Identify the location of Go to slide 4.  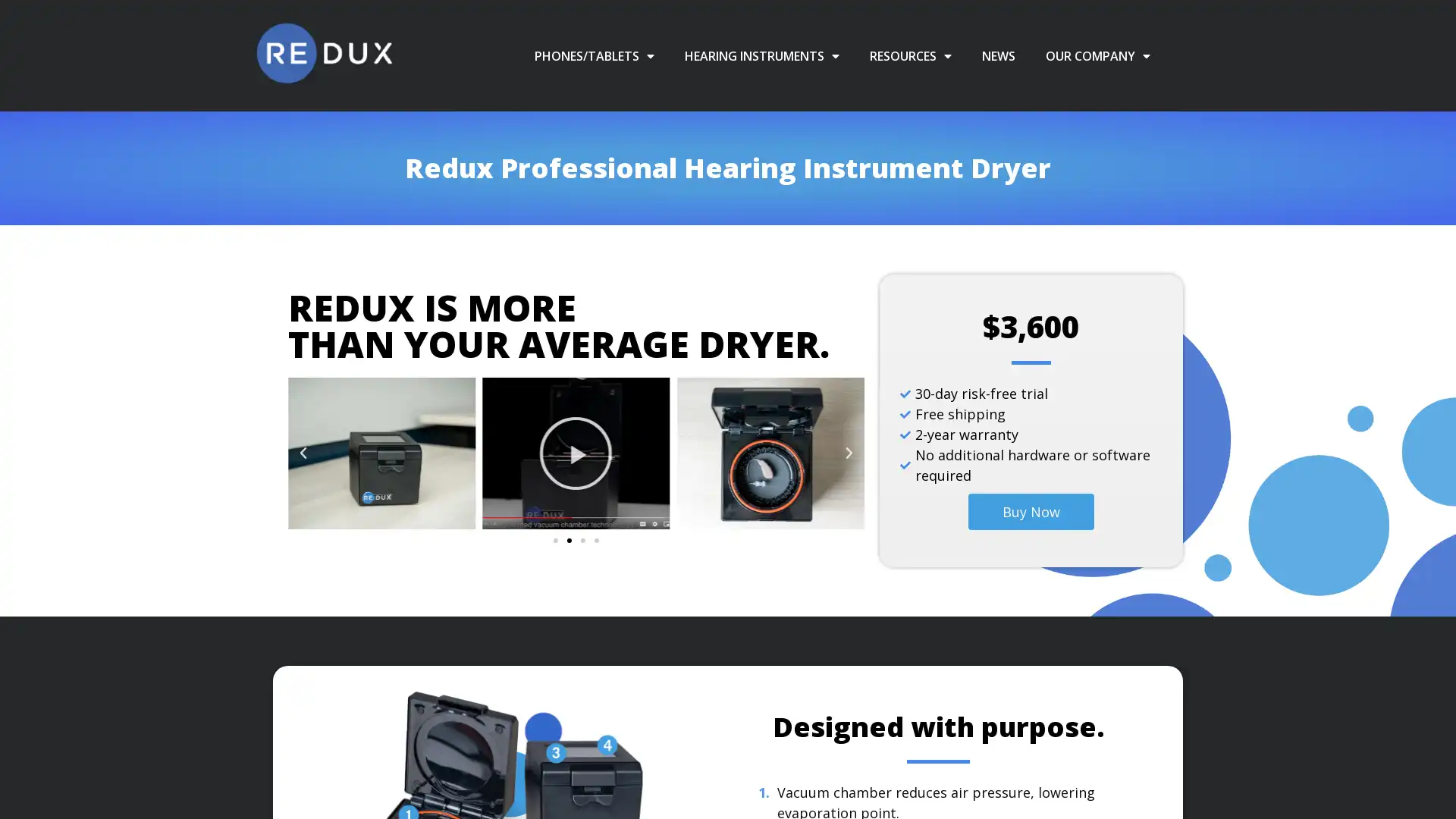
(595, 540).